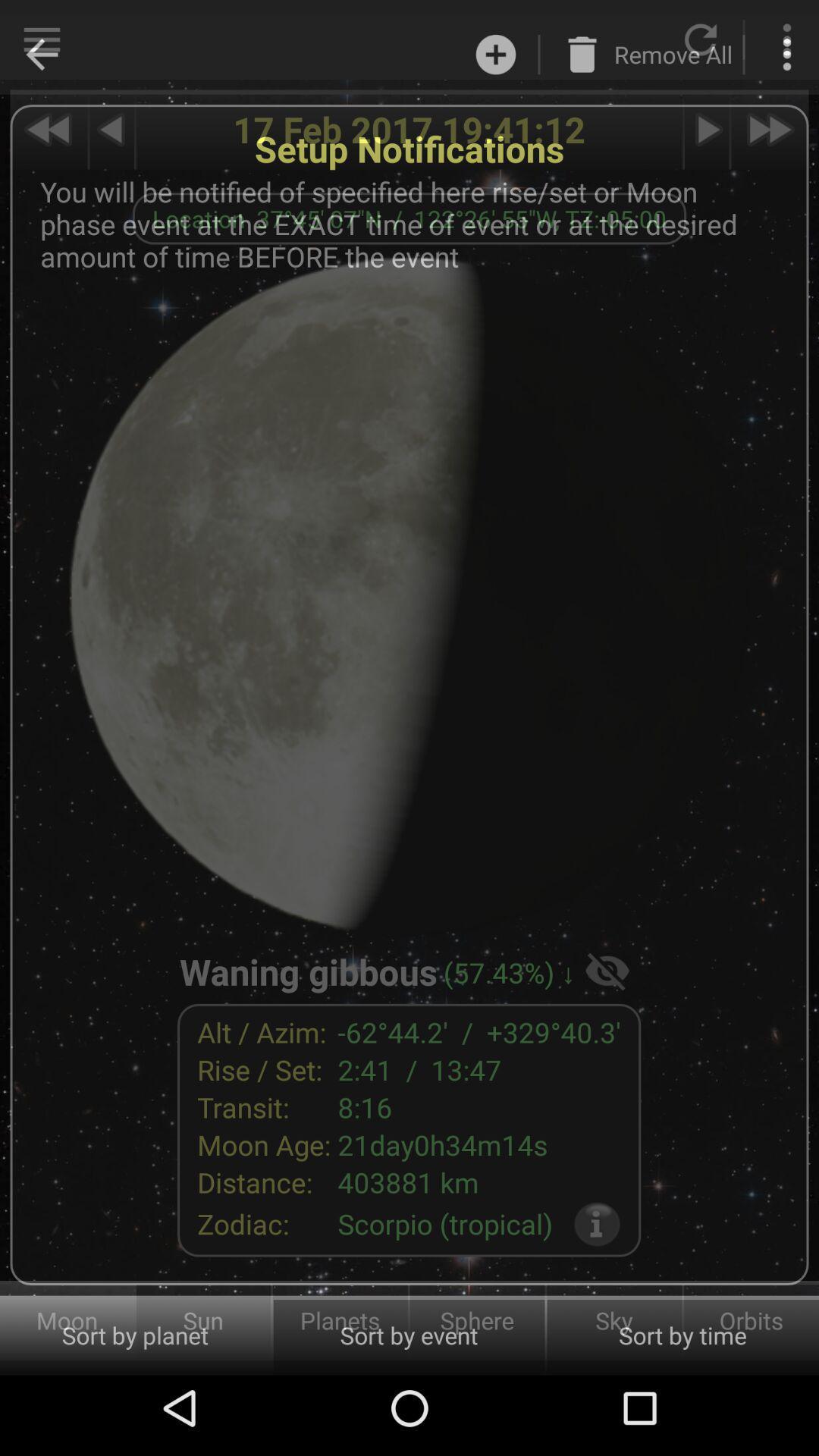 The height and width of the screenshot is (1456, 819). Describe the element at coordinates (41, 39) in the screenshot. I see `the arrow_backward icon` at that location.